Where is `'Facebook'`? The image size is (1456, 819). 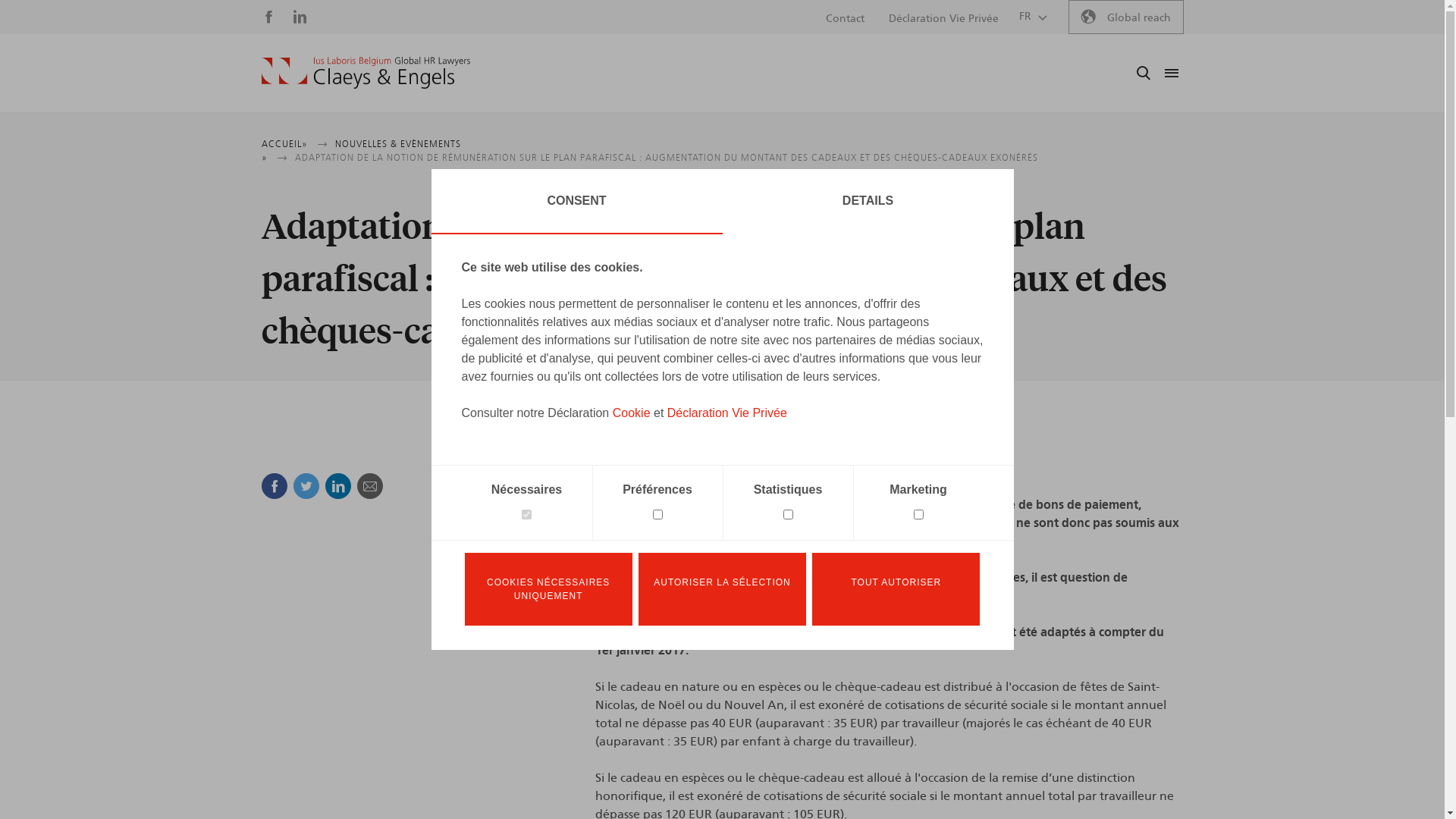 'Facebook' is located at coordinates (273, 485).